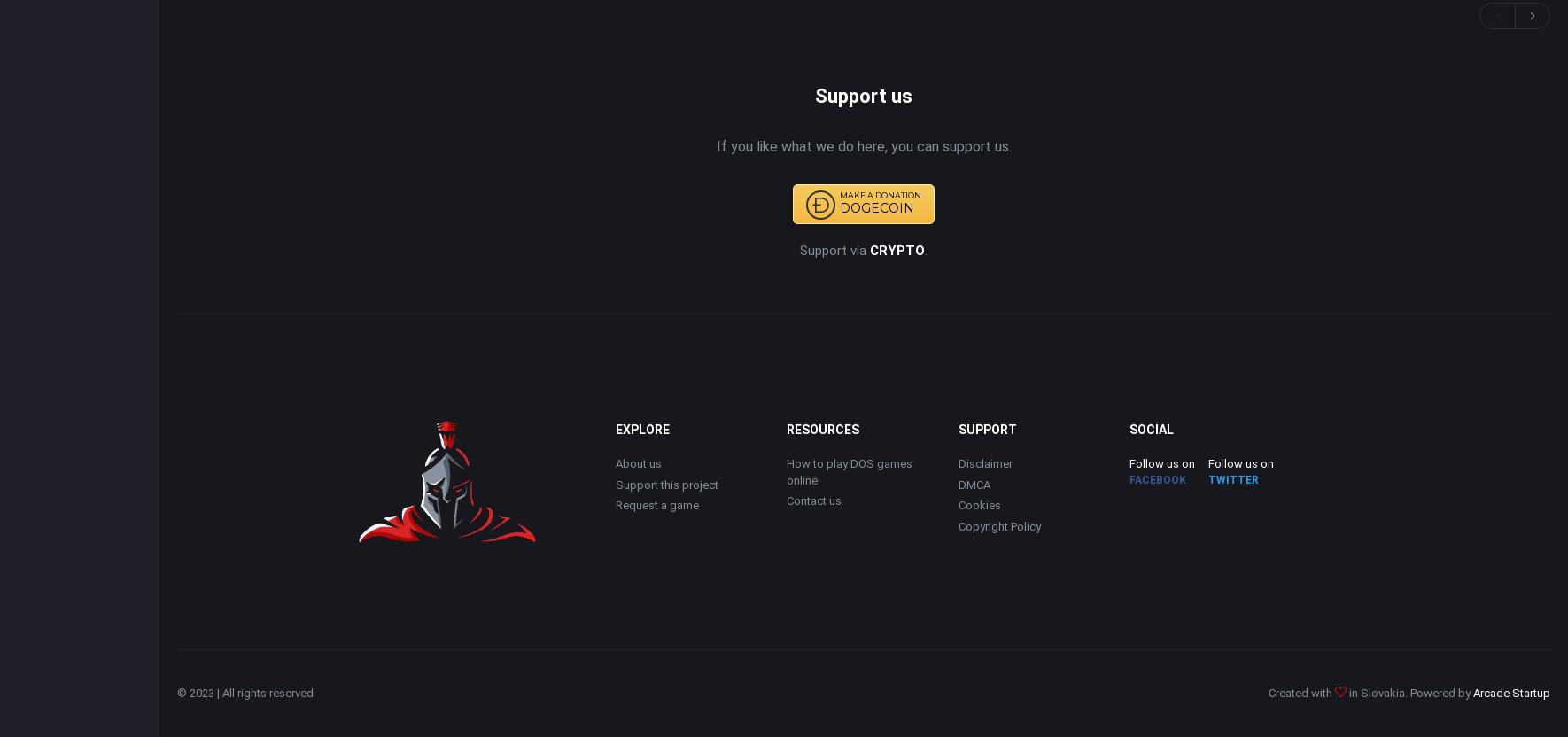  I want to click on 'EXPLORE', so click(641, 427).